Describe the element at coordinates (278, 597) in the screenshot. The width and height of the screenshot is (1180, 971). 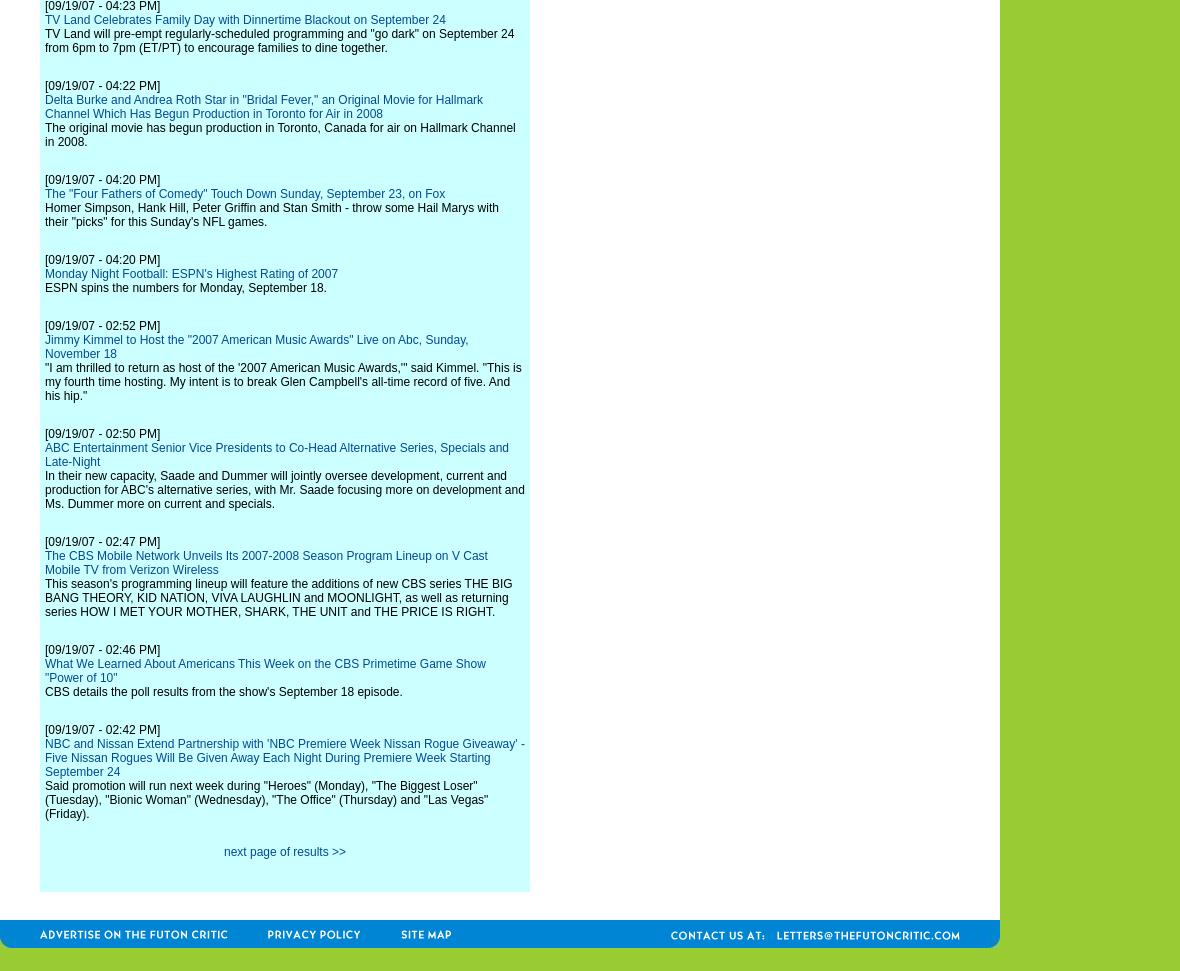
I see `'This season's programming lineup will feature the additions of new CBS series THE BIG BANG THEORY, KID NATION, VIVA LAUGHLIN and MOONLIGHT, as well as returning series HOW I MET YOUR MOTHER, SHARK, THE UNIT and THE PRICE IS RIGHT.'` at that location.